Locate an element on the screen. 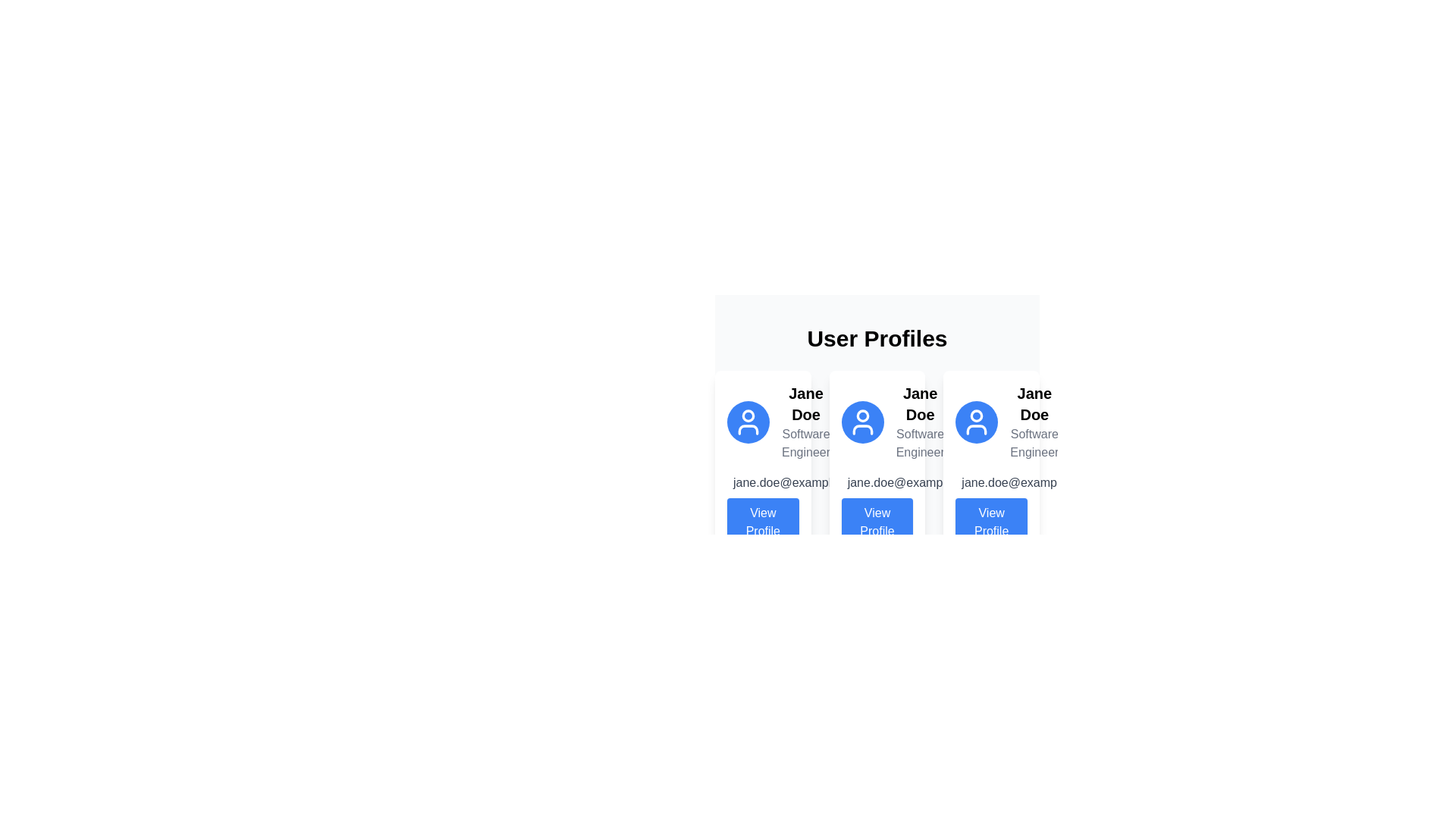 Image resolution: width=1456 pixels, height=819 pixels. the button at the bottom right of the user profile card is located at coordinates (991, 522).